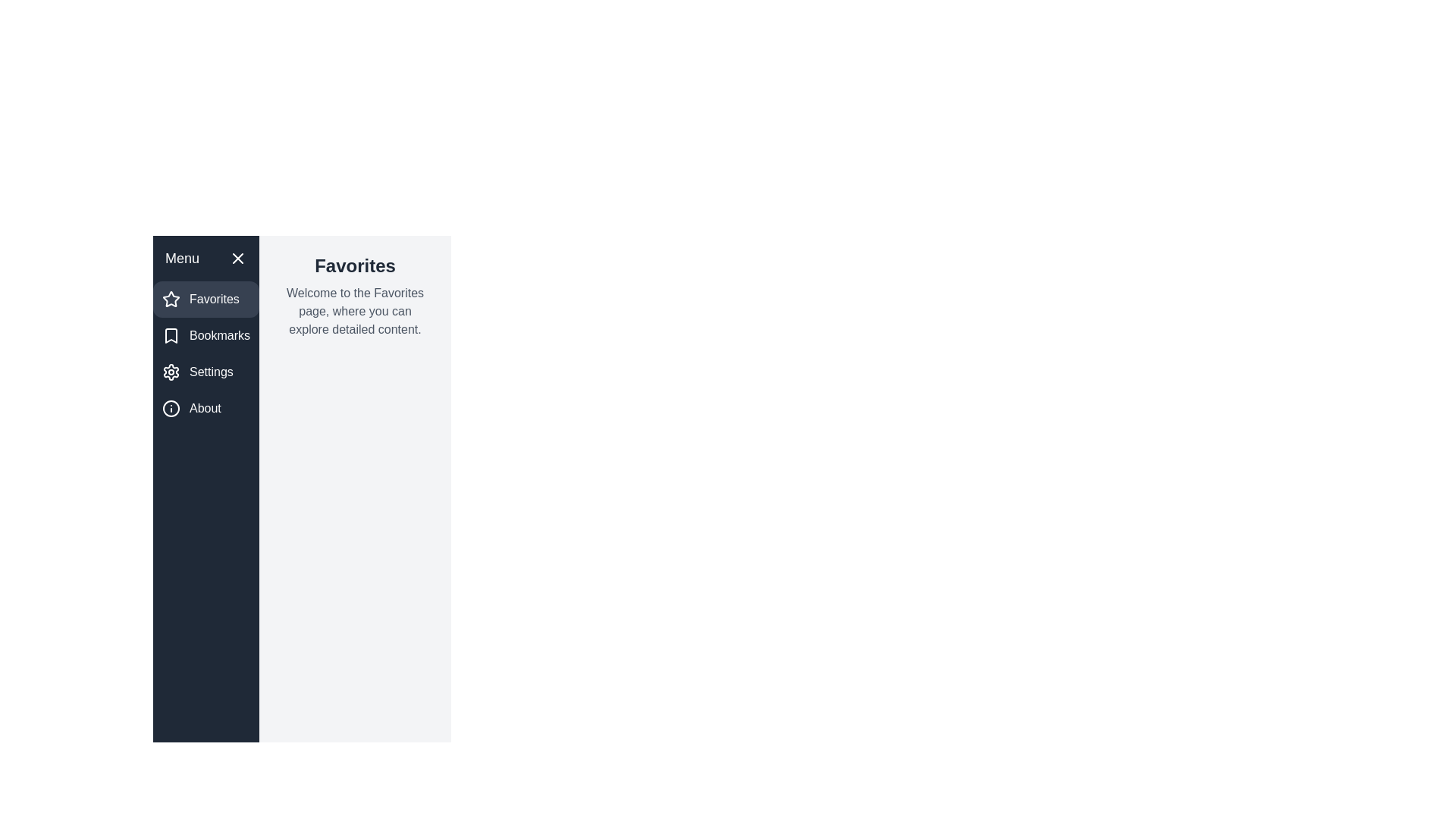 This screenshot has height=819, width=1456. I want to click on the second option in the vertical list within the left sidebar menu, so click(206, 335).